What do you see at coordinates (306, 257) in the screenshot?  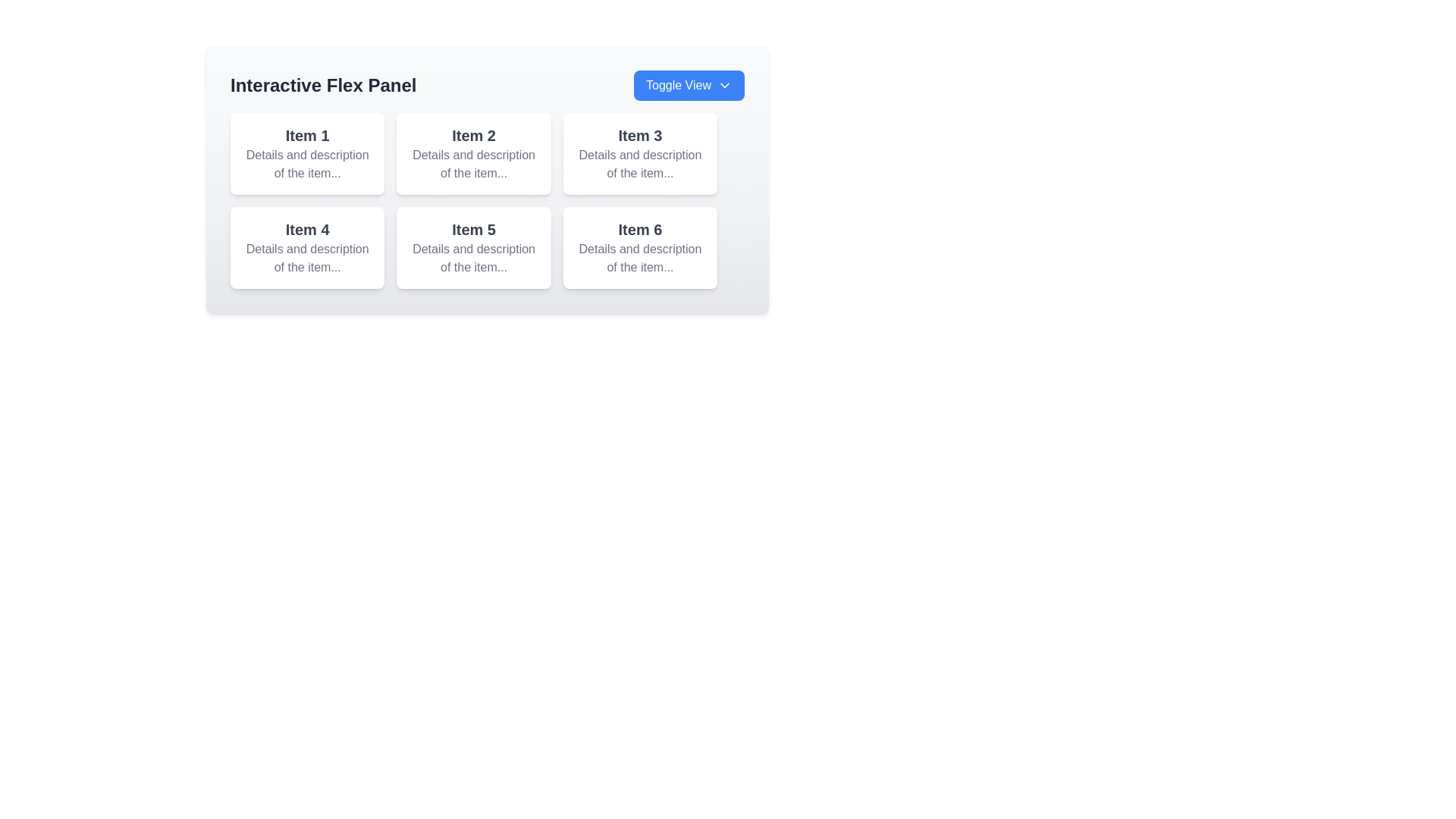 I see `the text label displaying 'Details and description of the item...' which is located below the 'Item 4' heading in a grid layout` at bounding box center [306, 257].